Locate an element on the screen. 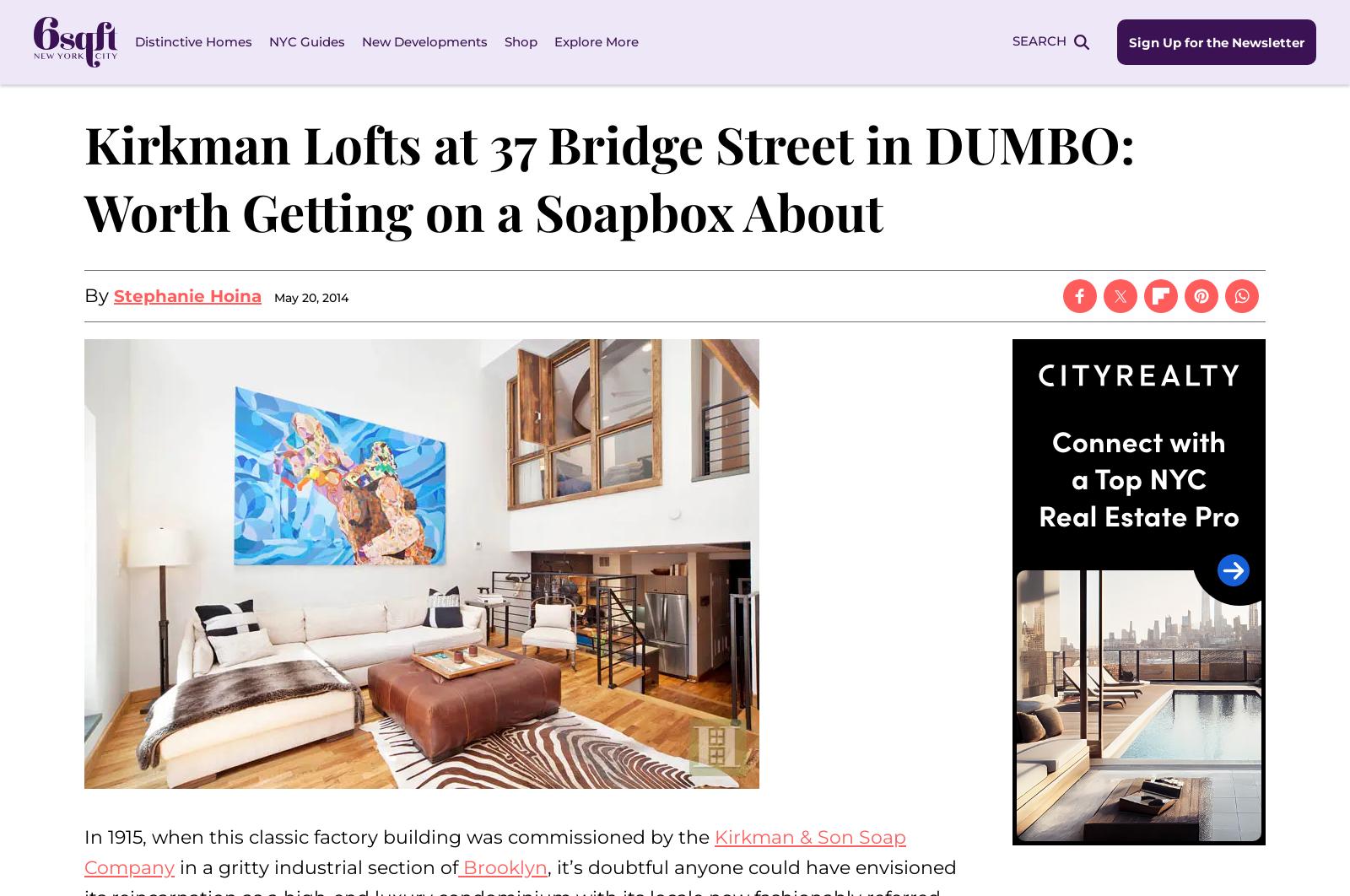  'May 20, 2014' is located at coordinates (310, 297).